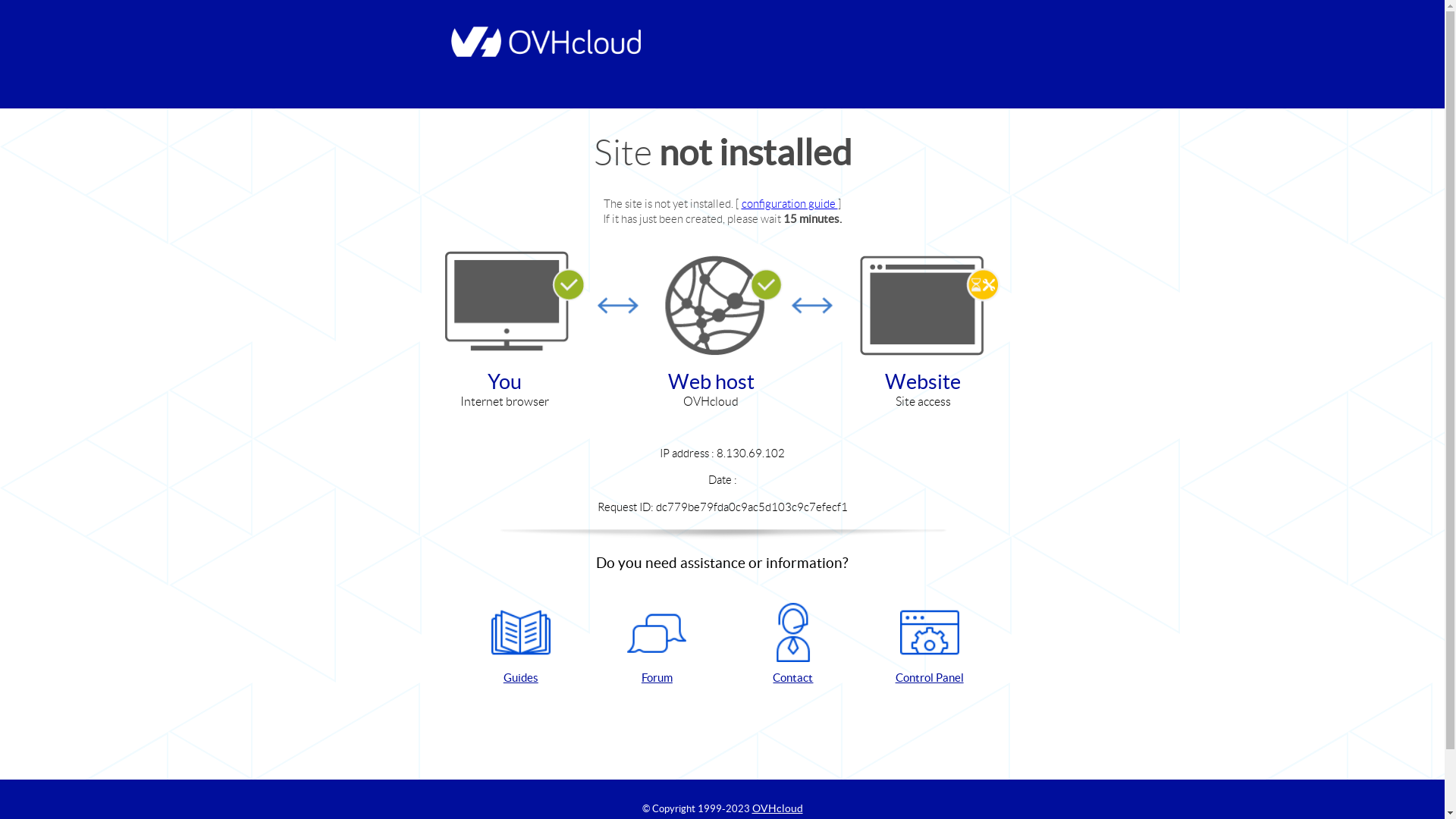 This screenshot has height=819, width=1456. I want to click on 'Control Panel', so click(928, 644).